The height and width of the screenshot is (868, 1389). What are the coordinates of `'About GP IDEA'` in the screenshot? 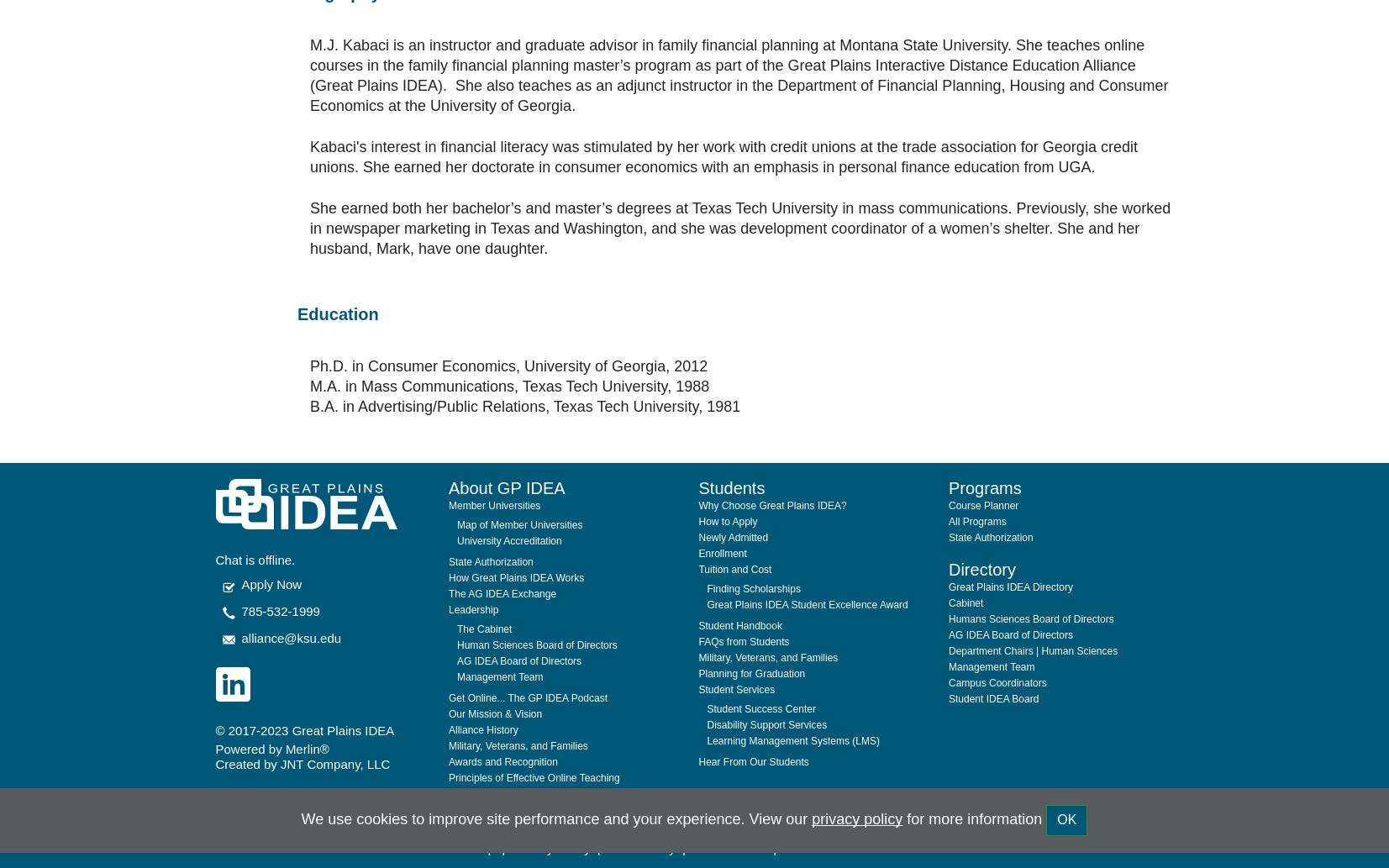 It's located at (506, 445).